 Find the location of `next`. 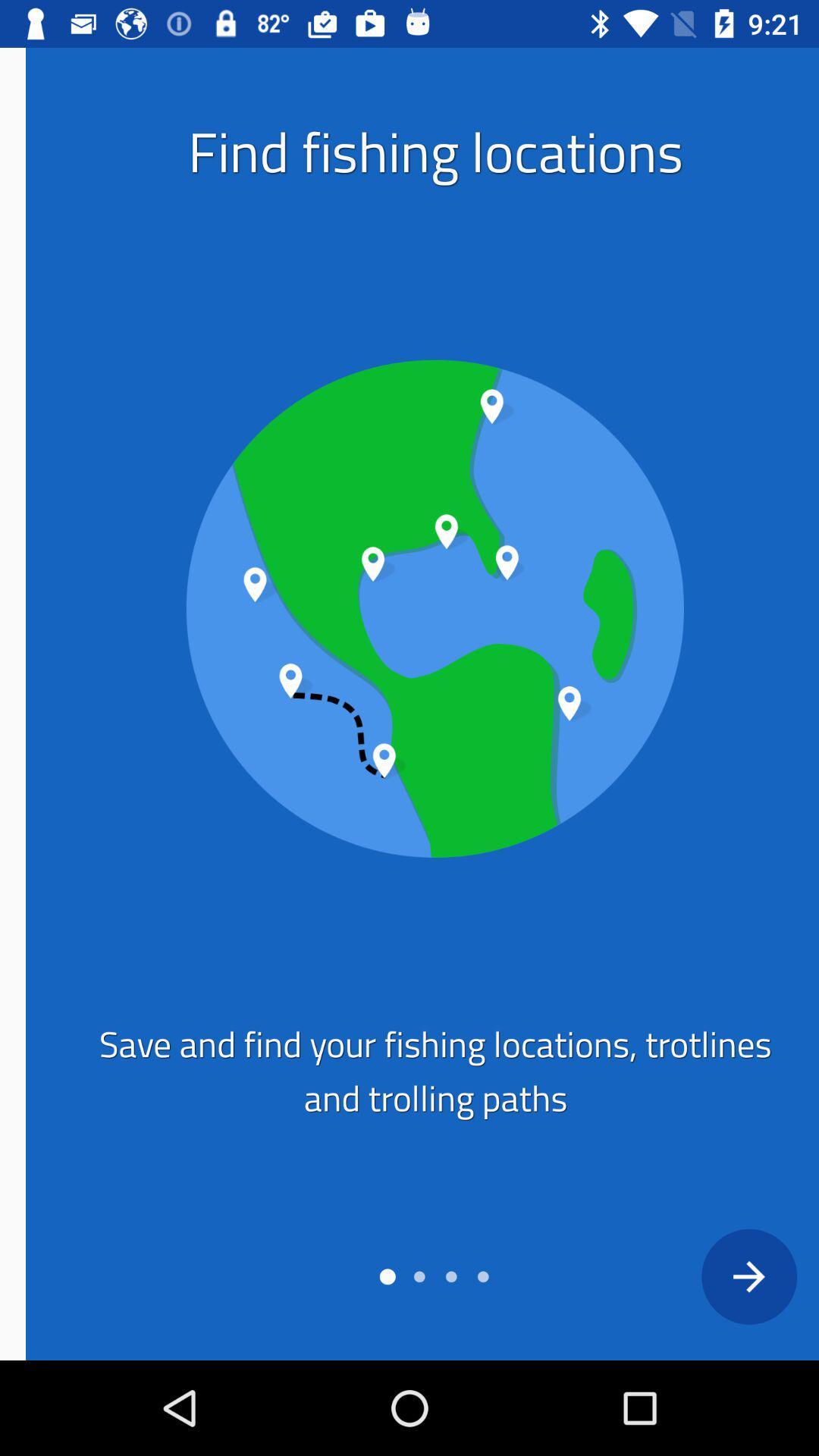

next is located at coordinates (722, 1276).